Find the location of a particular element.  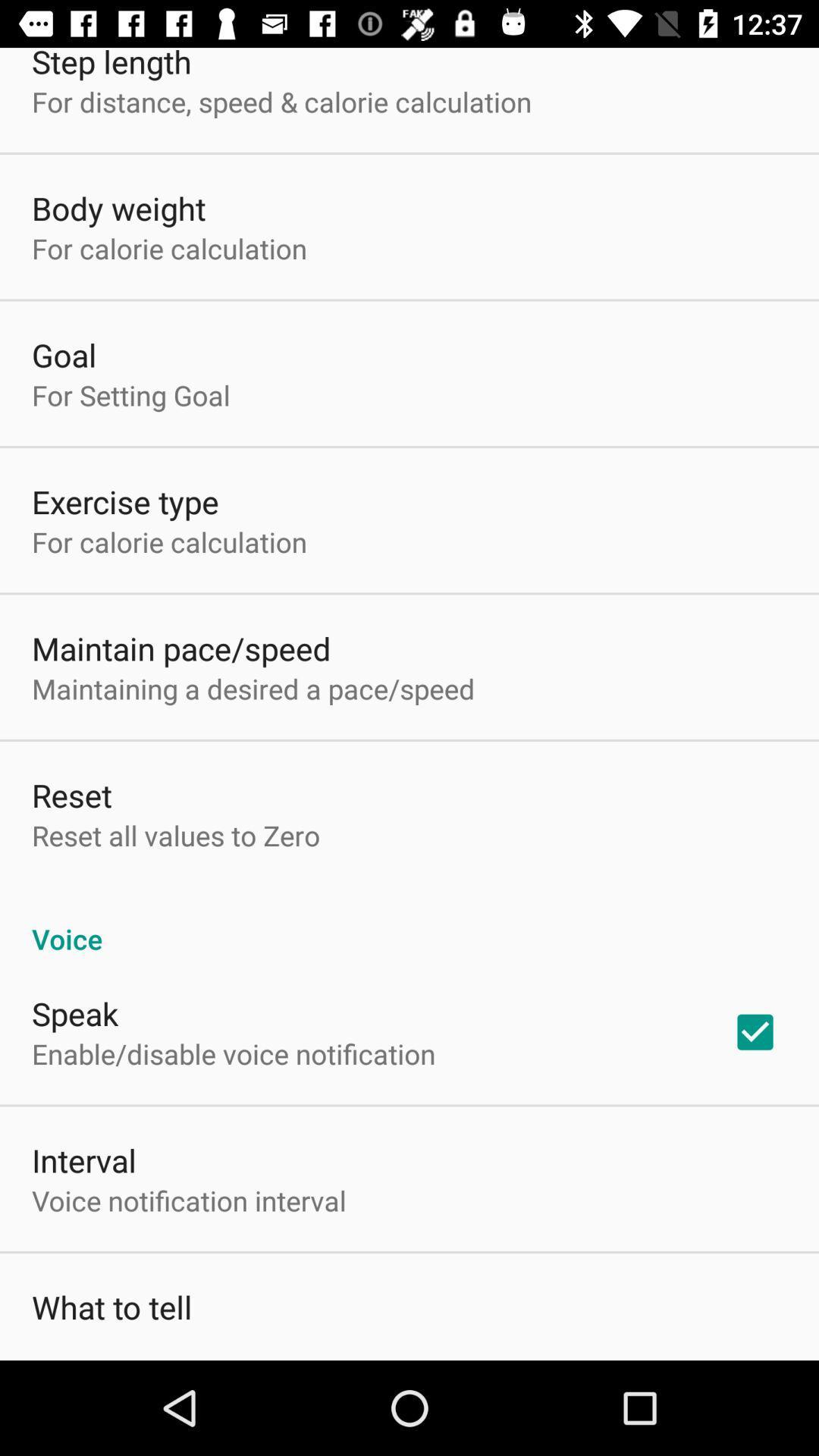

item next to the enable disable voice is located at coordinates (755, 1031).